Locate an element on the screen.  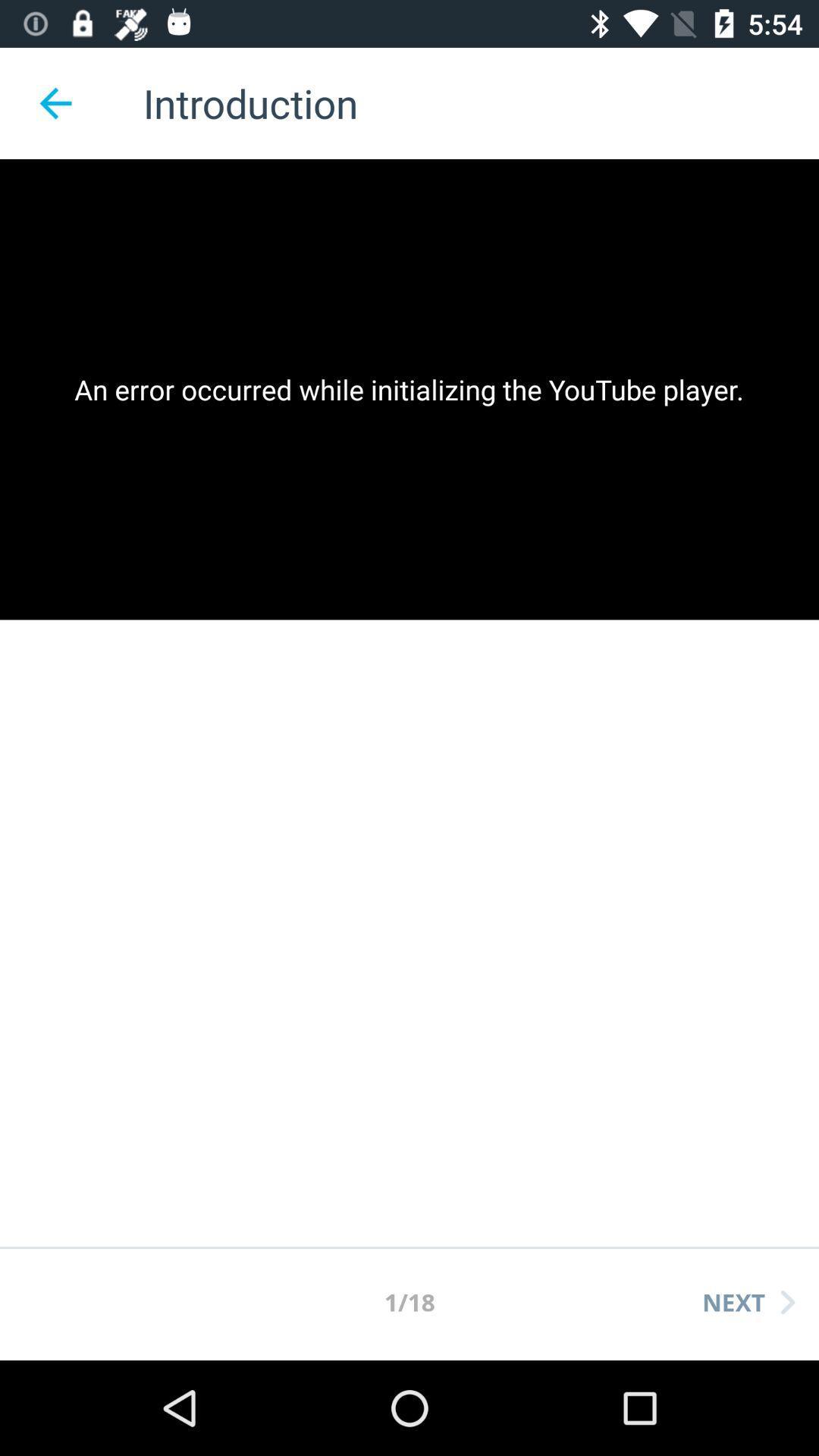
the icon next to introduction icon is located at coordinates (55, 102).